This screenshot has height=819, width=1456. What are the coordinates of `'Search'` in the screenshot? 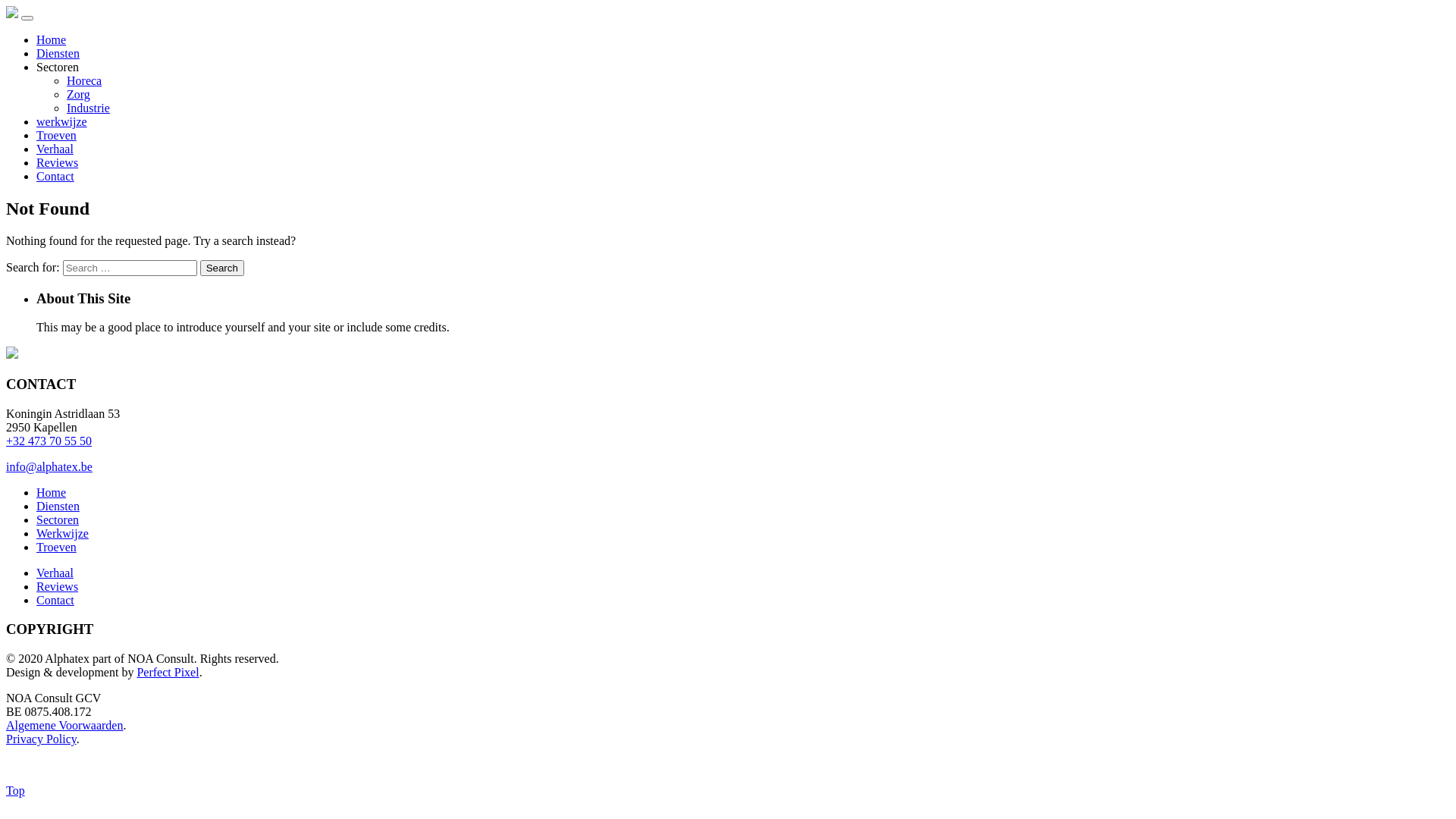 It's located at (199, 267).